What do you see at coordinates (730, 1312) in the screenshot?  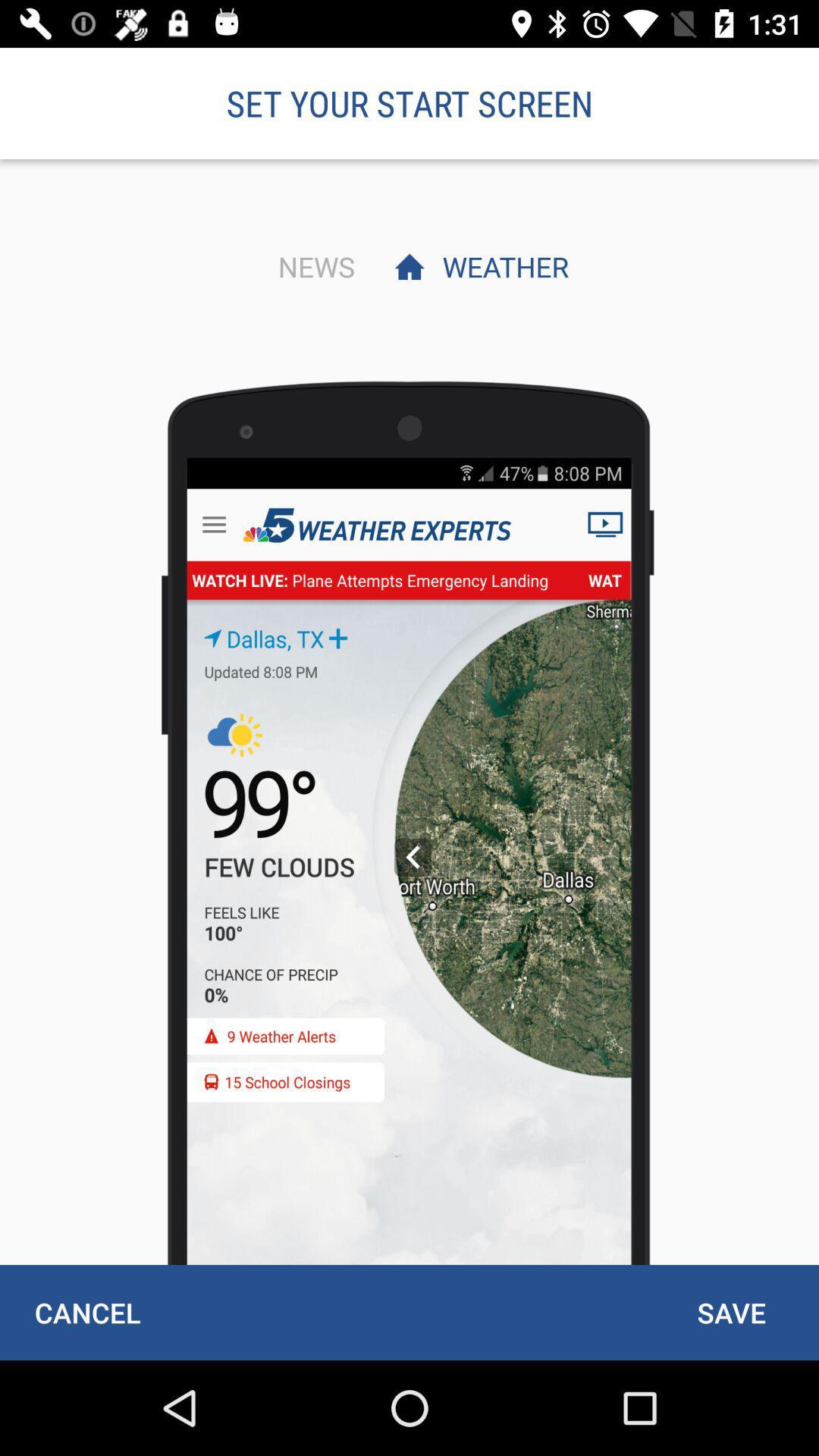 I see `the icon to the right of cancel` at bounding box center [730, 1312].